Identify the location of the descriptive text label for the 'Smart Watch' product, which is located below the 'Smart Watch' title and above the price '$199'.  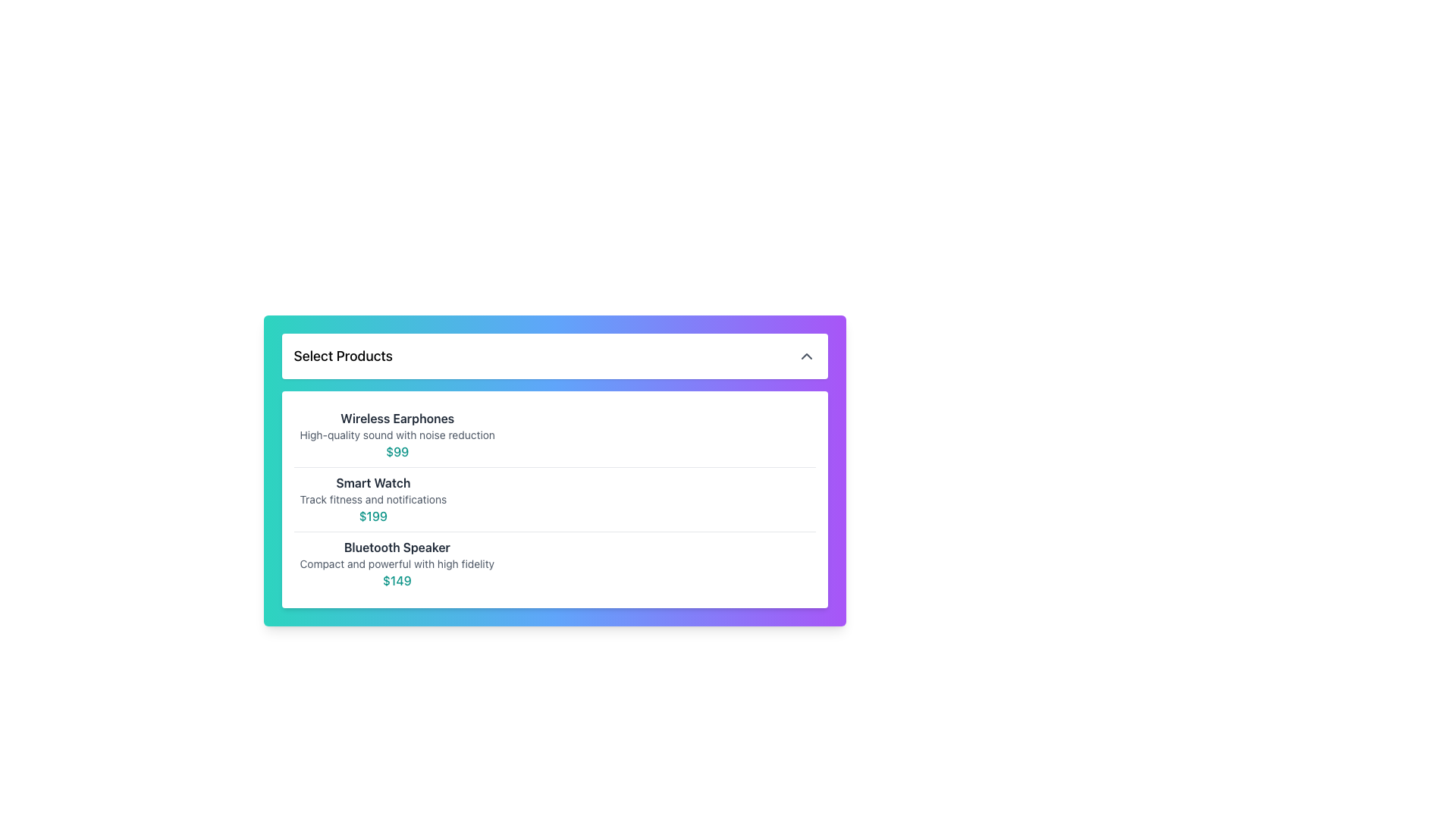
(373, 500).